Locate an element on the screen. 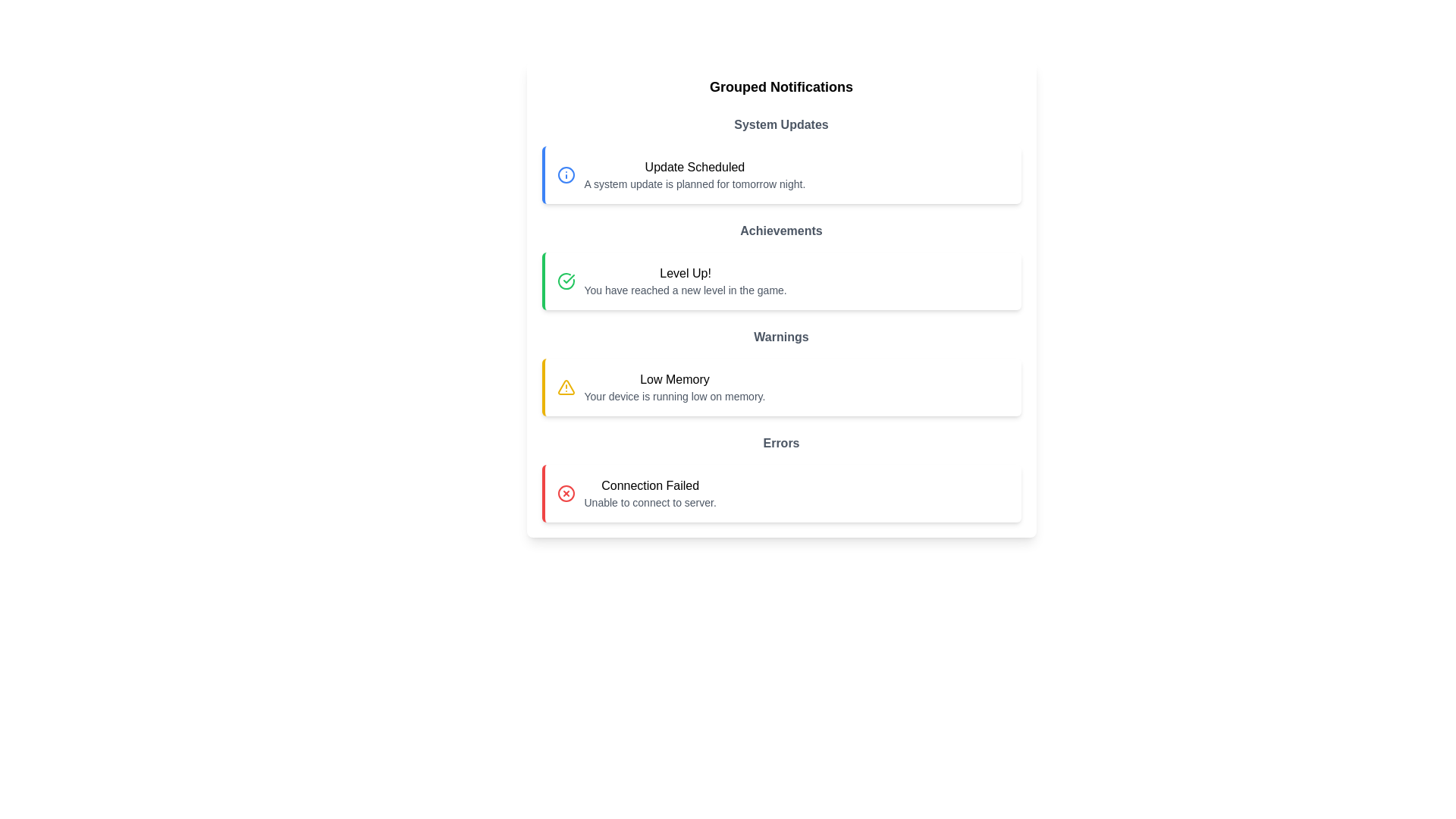 The width and height of the screenshot is (1456, 819). the static text element that informs users about the connection failure issue, located below the heading 'Connection Failed' within the 'Errors' notification is located at coordinates (650, 503).